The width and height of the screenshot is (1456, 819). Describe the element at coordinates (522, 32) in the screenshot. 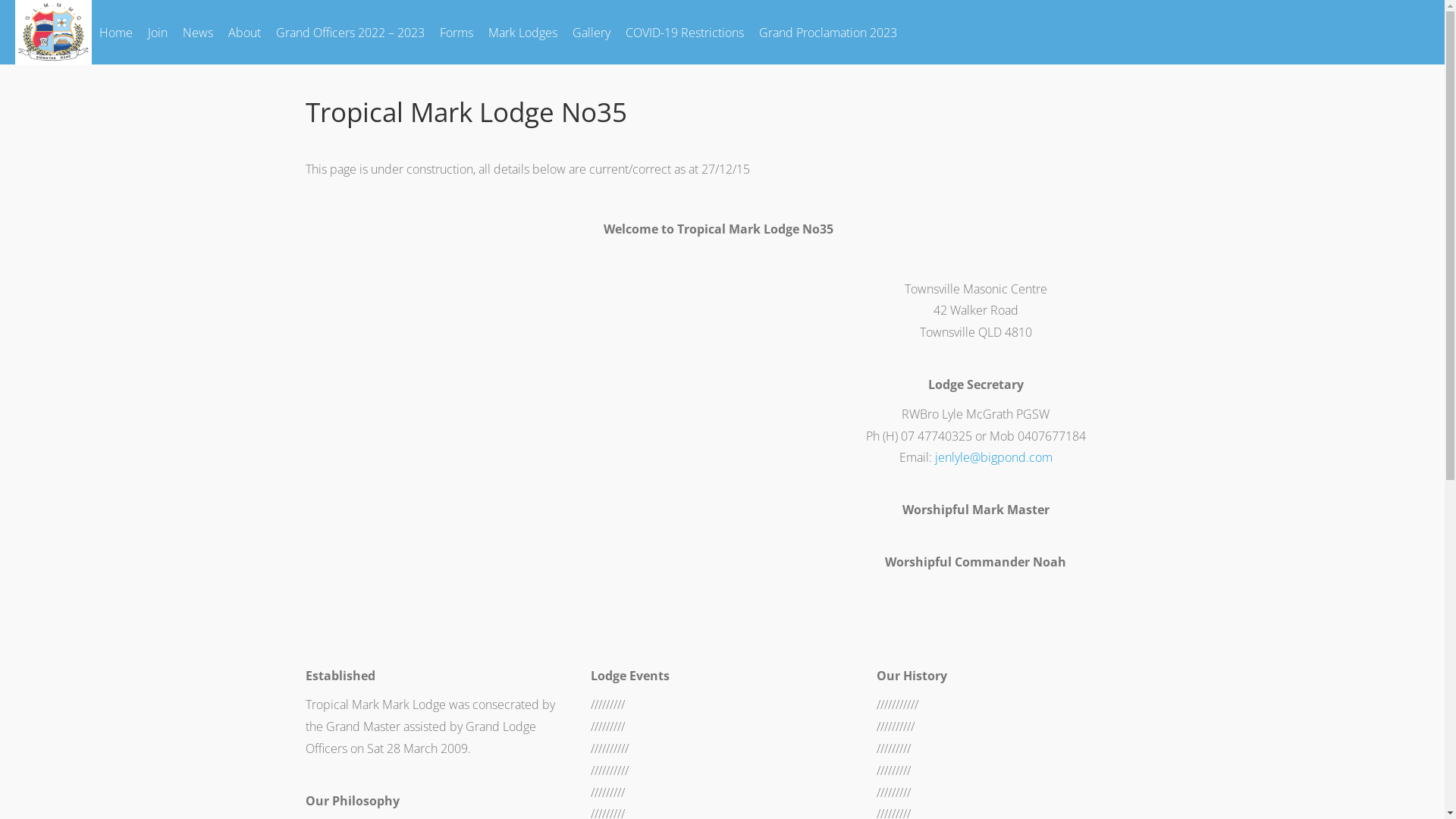

I see `'Mark Lodges'` at that location.